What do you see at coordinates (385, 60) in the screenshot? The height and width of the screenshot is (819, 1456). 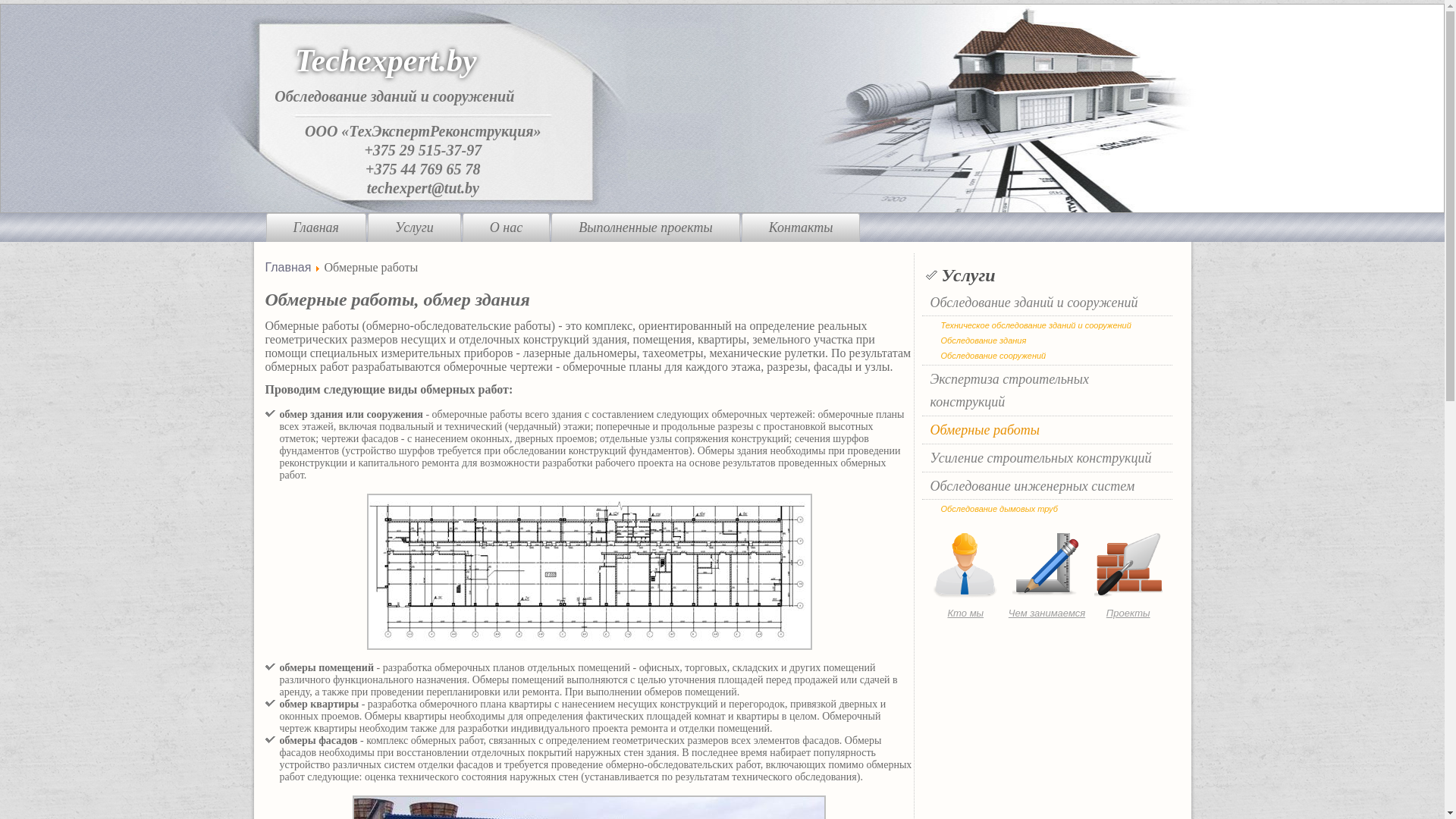 I see `'Techexpert.by'` at bounding box center [385, 60].